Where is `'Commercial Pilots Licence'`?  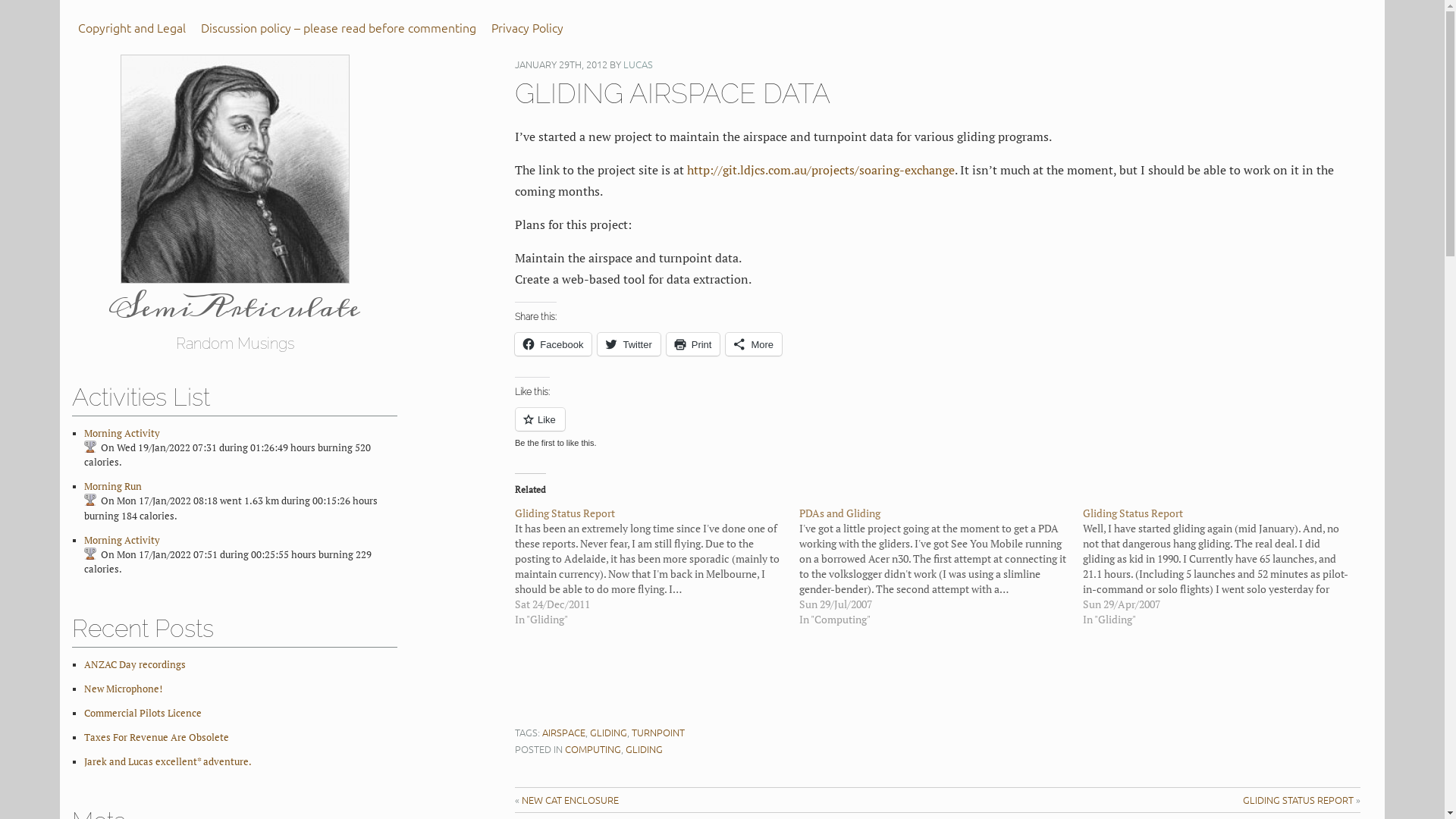
'Commercial Pilots Licence' is located at coordinates (83, 713).